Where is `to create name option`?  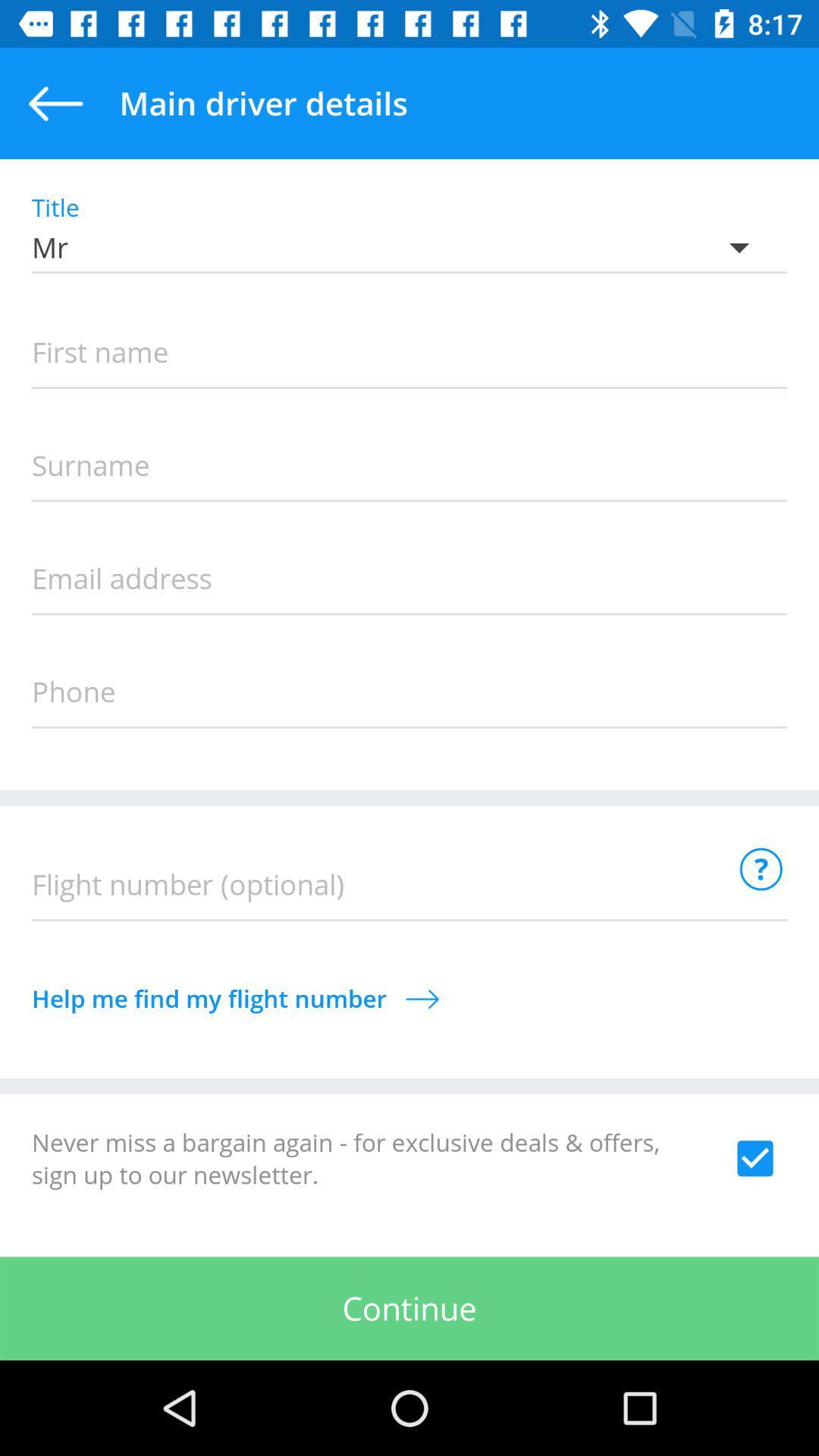 to create name option is located at coordinates (409, 353).